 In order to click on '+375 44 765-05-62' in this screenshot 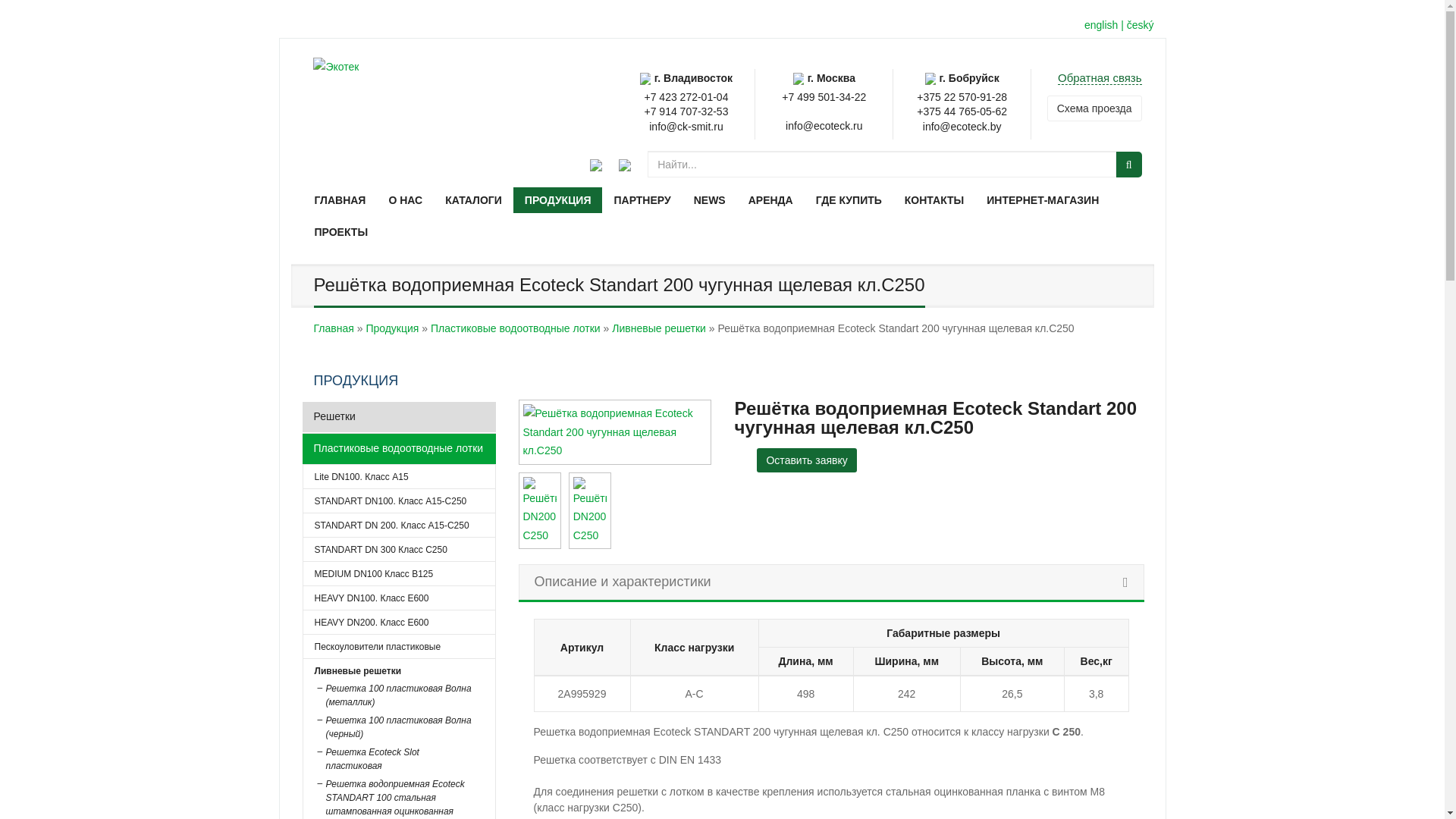, I will do `click(916, 110)`.